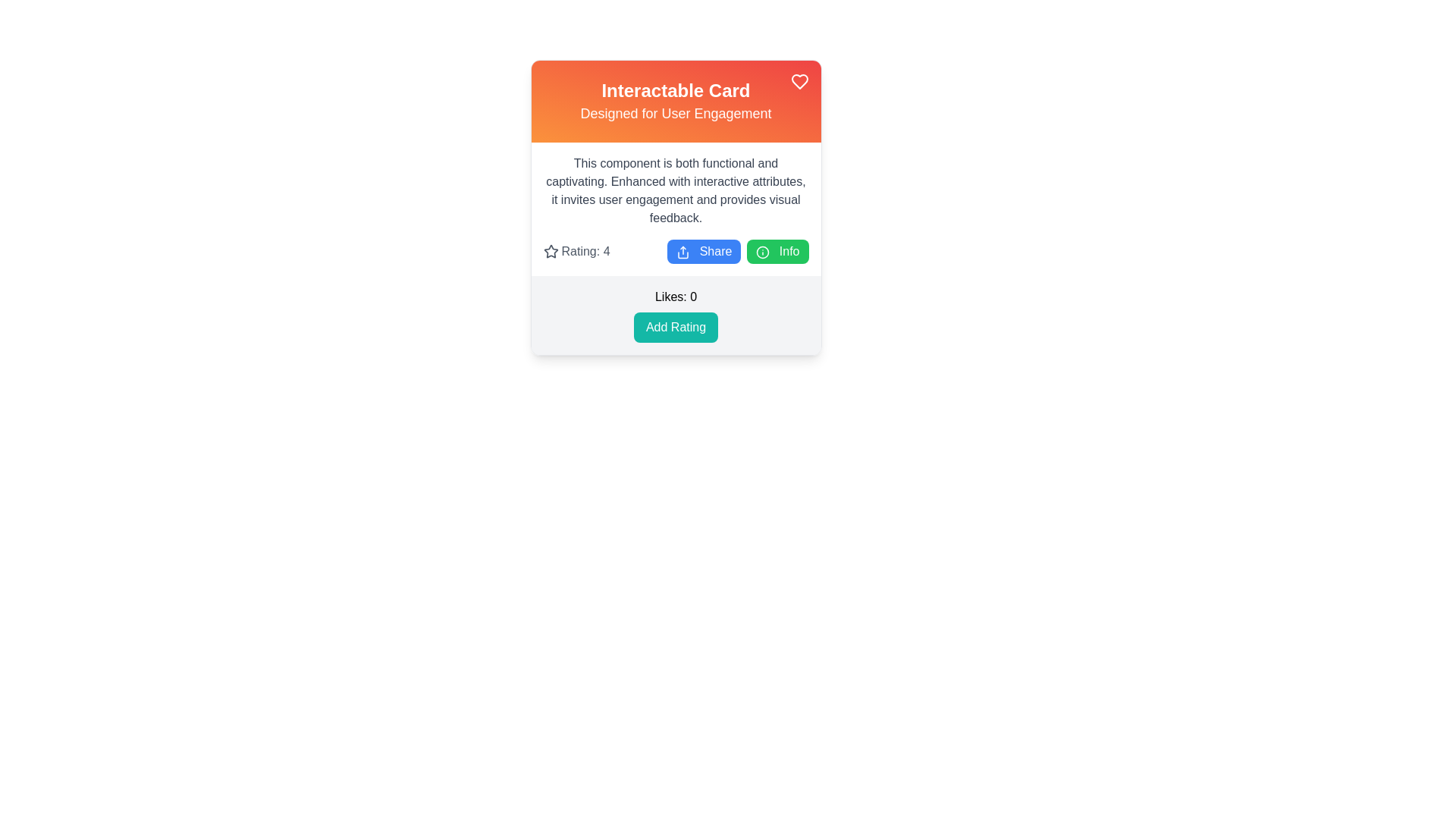 This screenshot has height=819, width=1456. What do you see at coordinates (675, 90) in the screenshot?
I see `the Text Label at the top-center of the card, which serves as the title indicating the card's purpose or content` at bounding box center [675, 90].